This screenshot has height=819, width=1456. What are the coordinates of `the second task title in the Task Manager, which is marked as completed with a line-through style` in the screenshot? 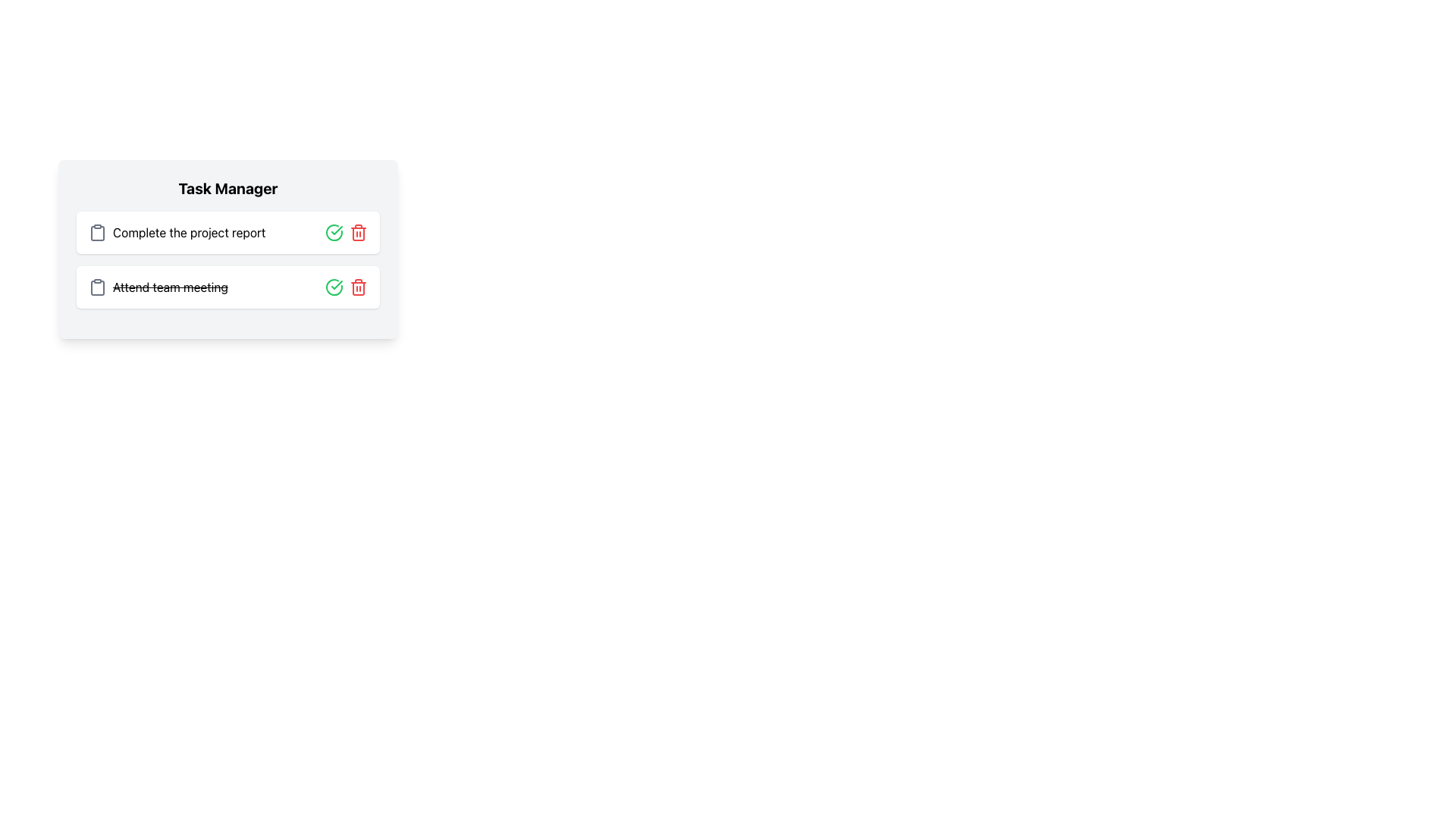 It's located at (170, 287).